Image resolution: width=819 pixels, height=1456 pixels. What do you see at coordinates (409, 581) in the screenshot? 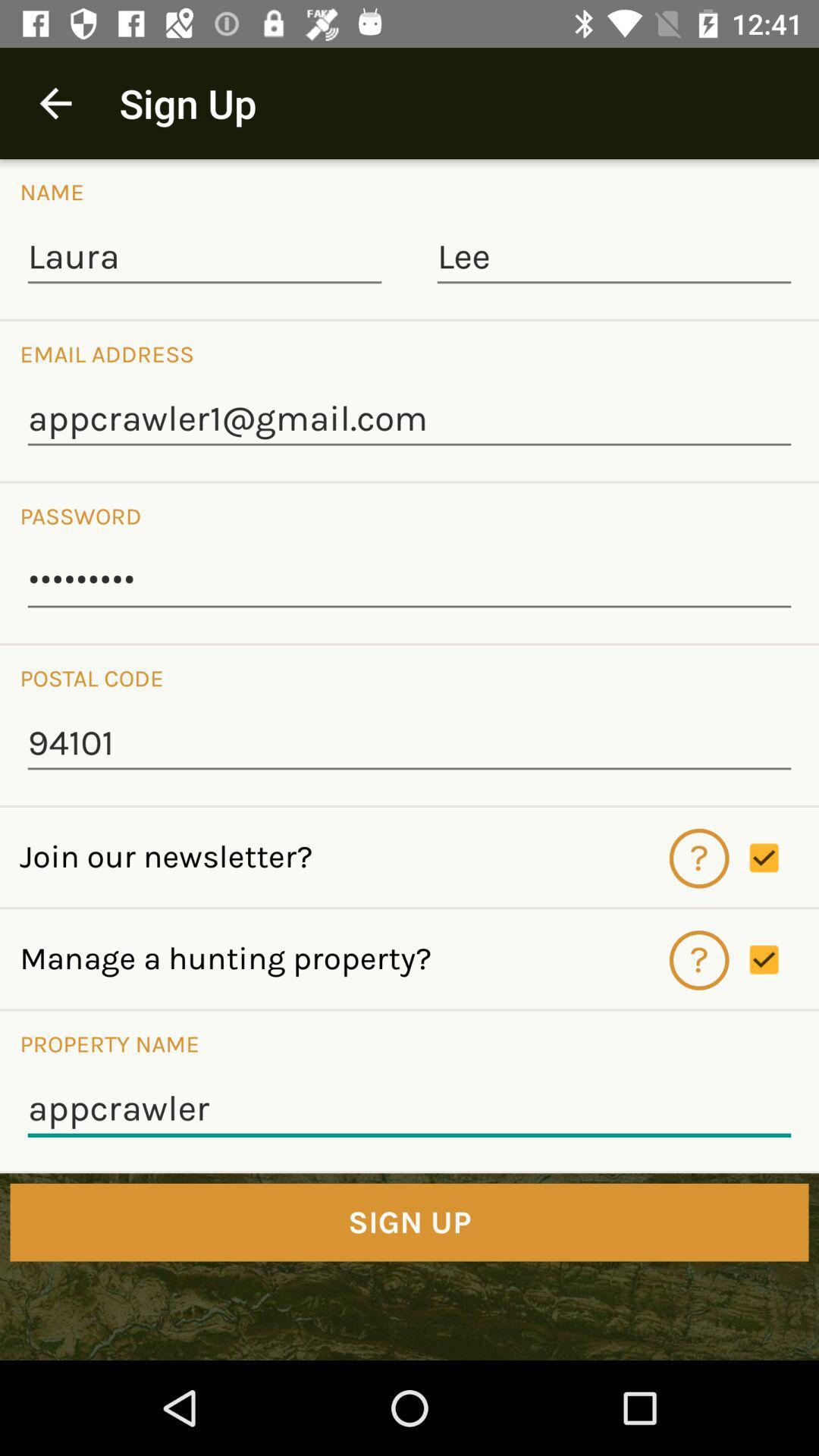
I see `the crowd3116` at bounding box center [409, 581].